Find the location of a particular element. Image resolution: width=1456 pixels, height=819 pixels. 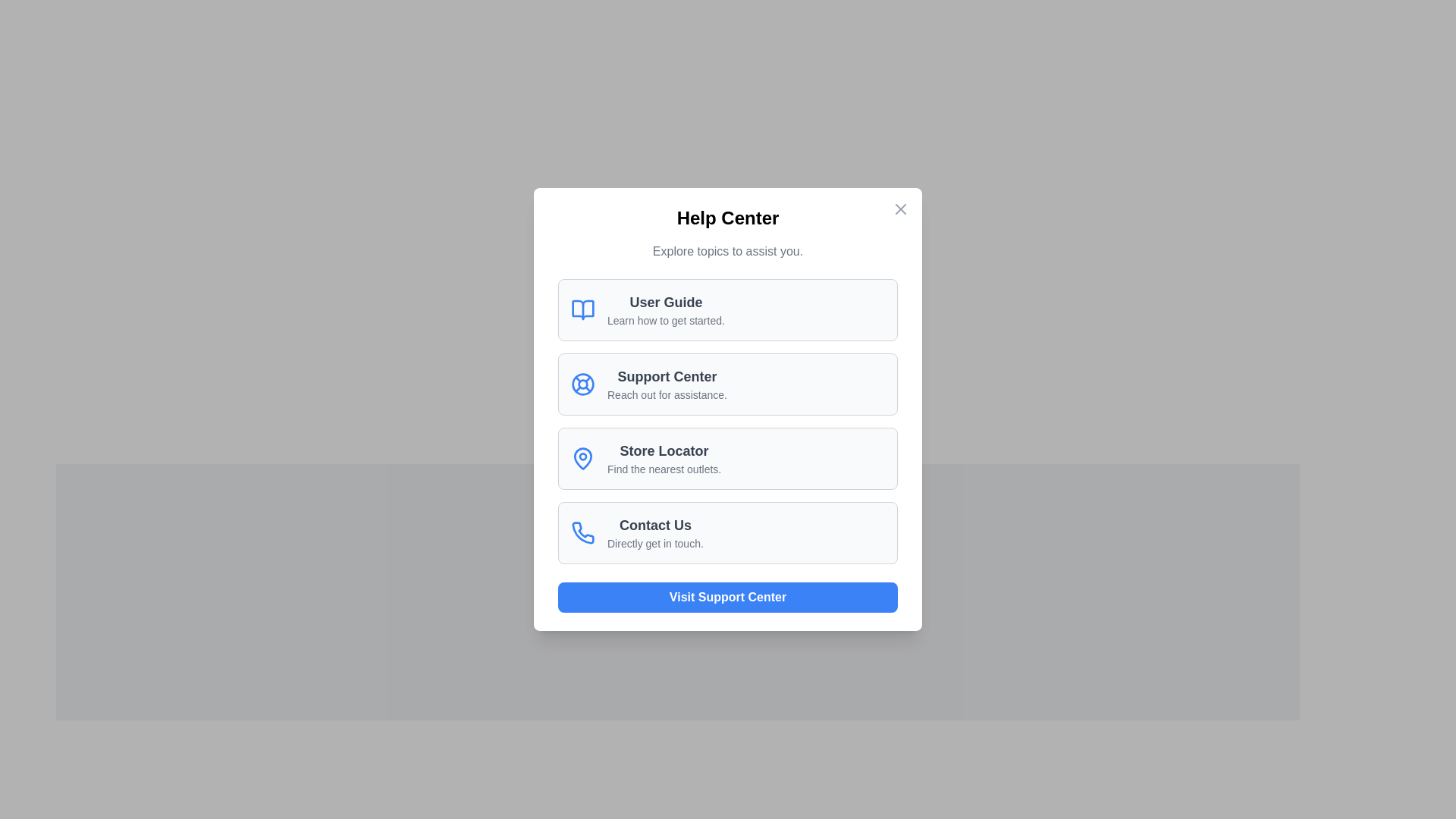

the contact icon located next to 'Contact Us' in the Help Center menu for identification is located at coordinates (582, 532).